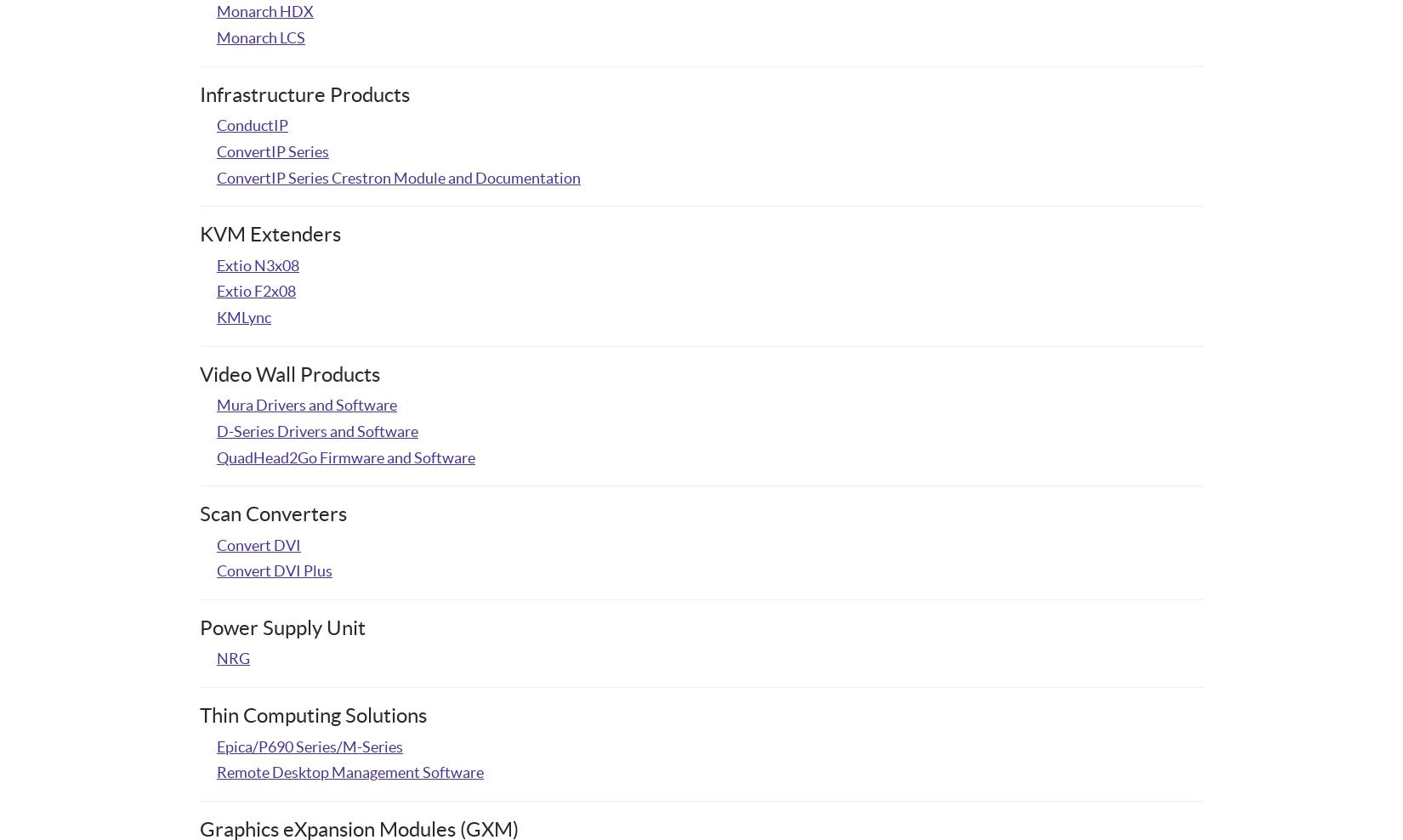  I want to click on 'KVM Extenders', so click(270, 233).